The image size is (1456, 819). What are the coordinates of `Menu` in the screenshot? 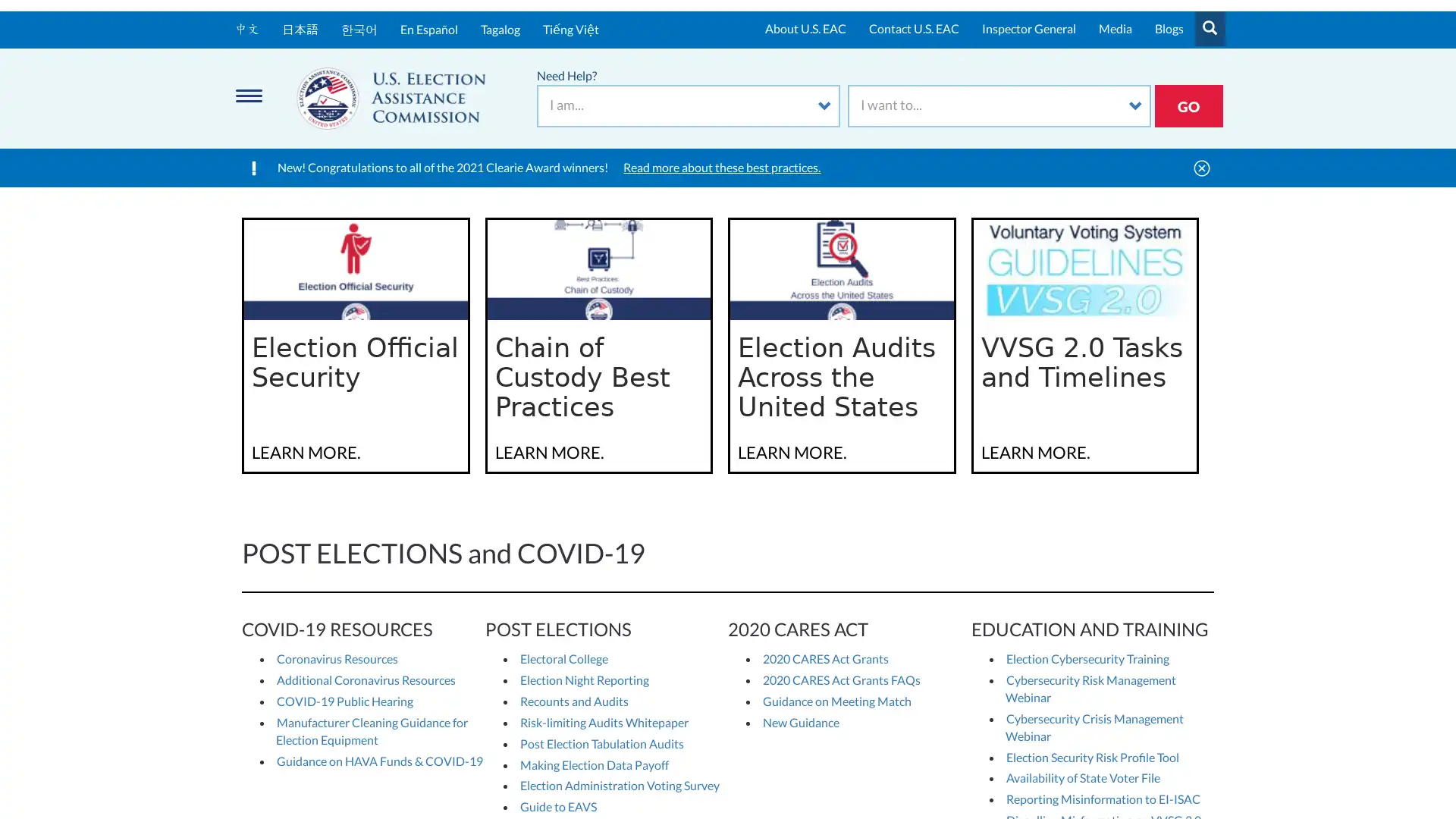 It's located at (249, 96).